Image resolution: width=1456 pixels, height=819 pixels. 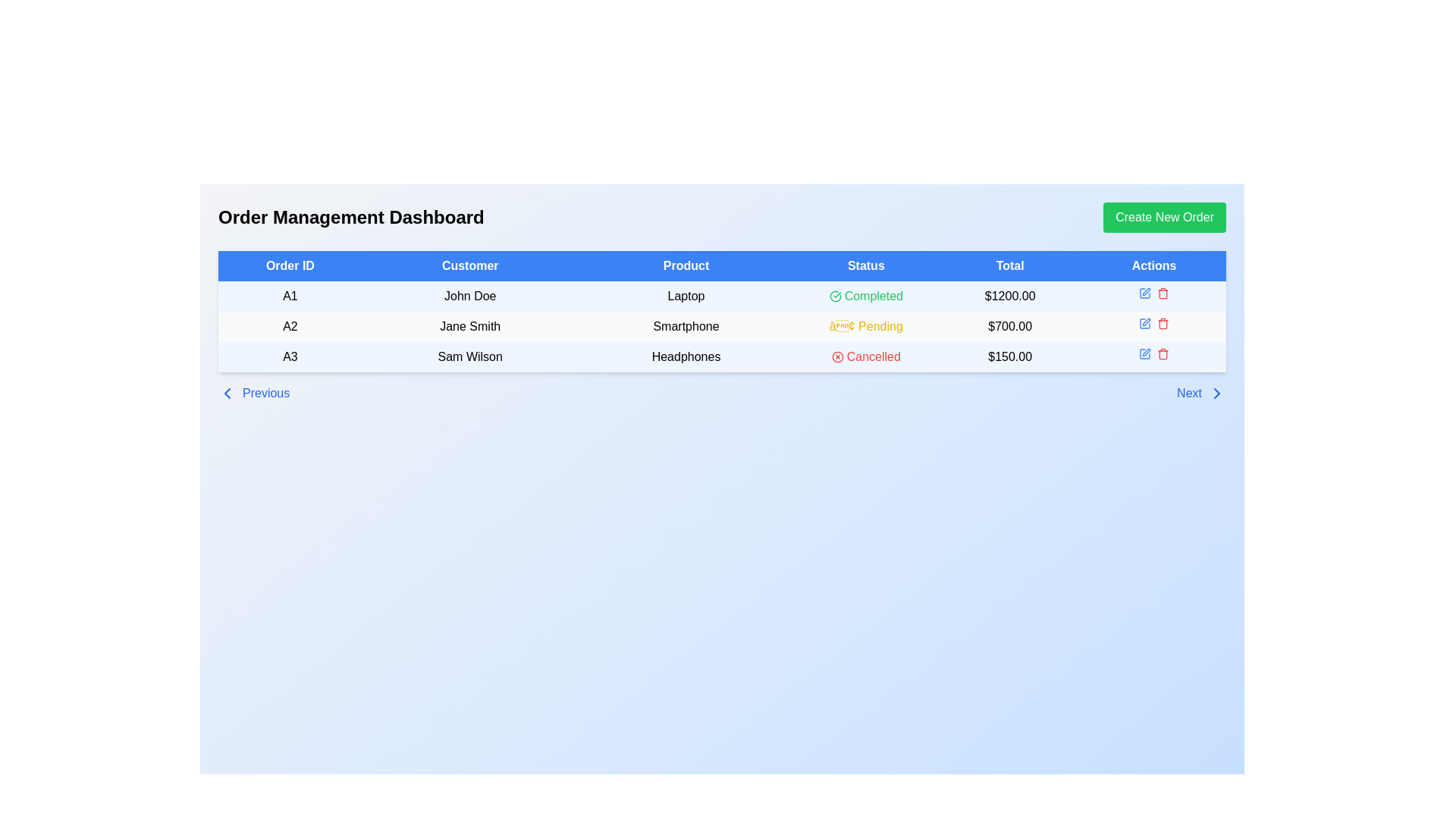 I want to click on the 'Customer' table header, which is the second column header with a blue background and white text, located between 'Order ID' and 'Product', so click(x=469, y=265).